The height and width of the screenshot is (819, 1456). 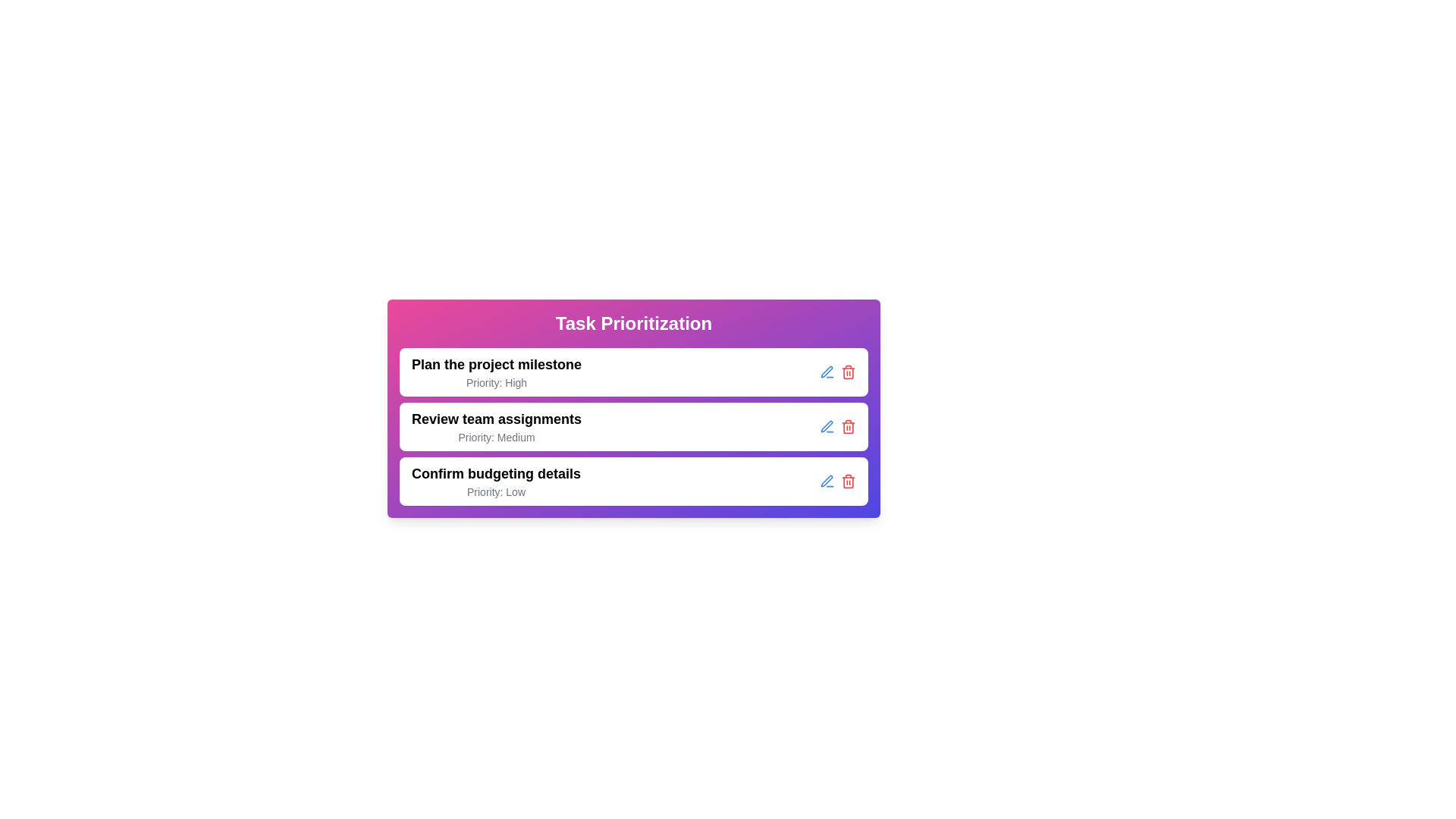 I want to click on the blue pen icon representing edit functionality, located in the second row of the task prioritization list, to emphasize the icon, so click(x=826, y=427).